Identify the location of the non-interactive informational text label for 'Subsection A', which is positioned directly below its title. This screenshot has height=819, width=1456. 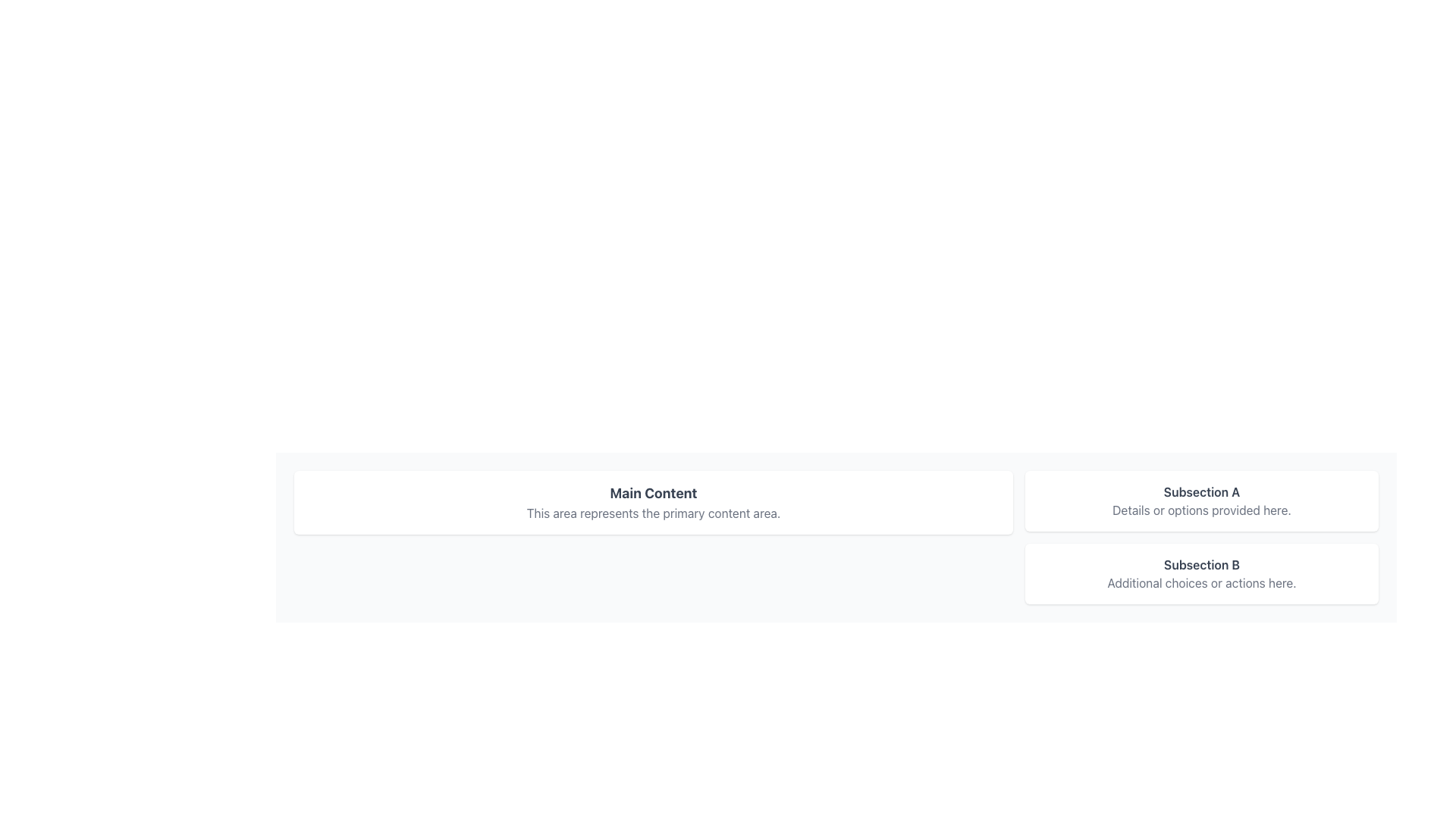
(1200, 510).